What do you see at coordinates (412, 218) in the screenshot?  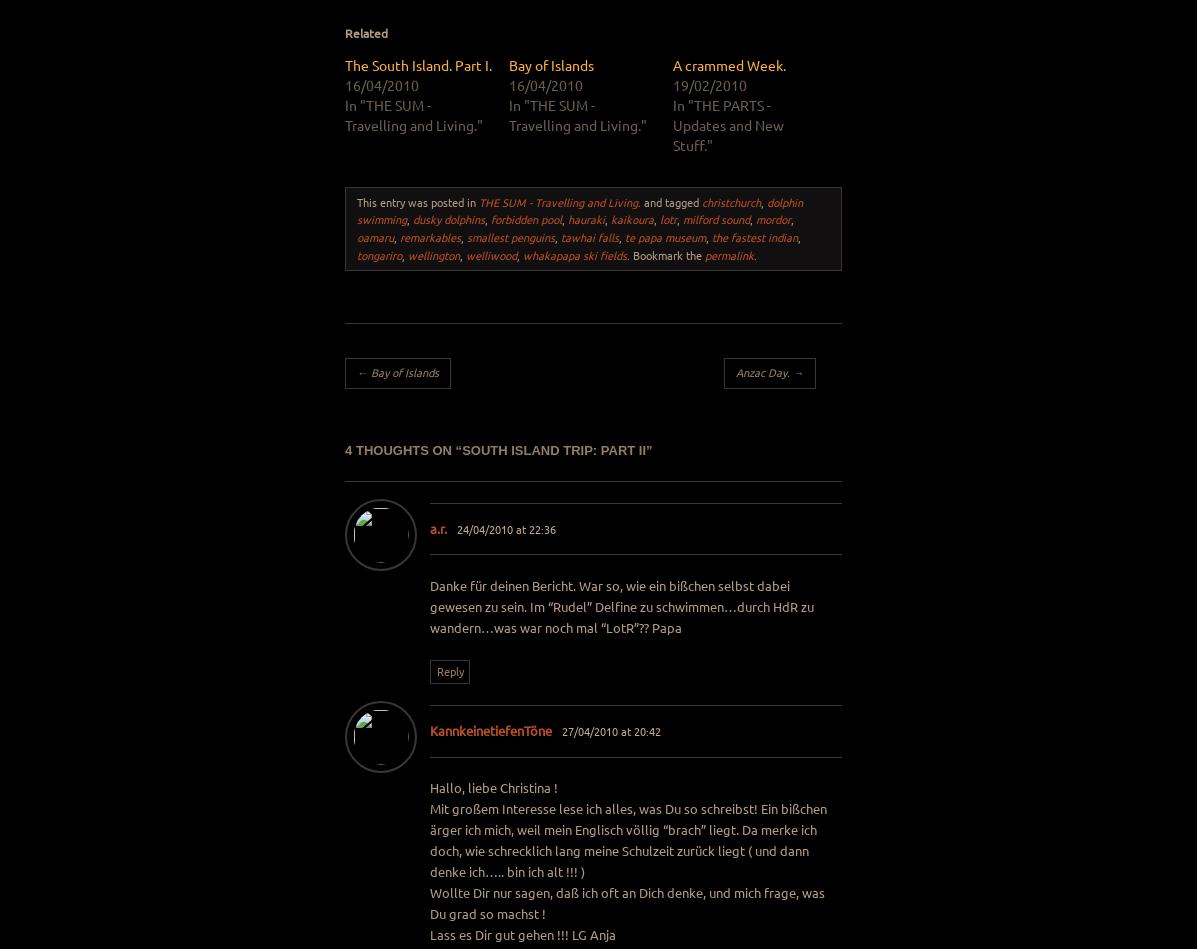 I see `'dusky dolphins'` at bounding box center [412, 218].